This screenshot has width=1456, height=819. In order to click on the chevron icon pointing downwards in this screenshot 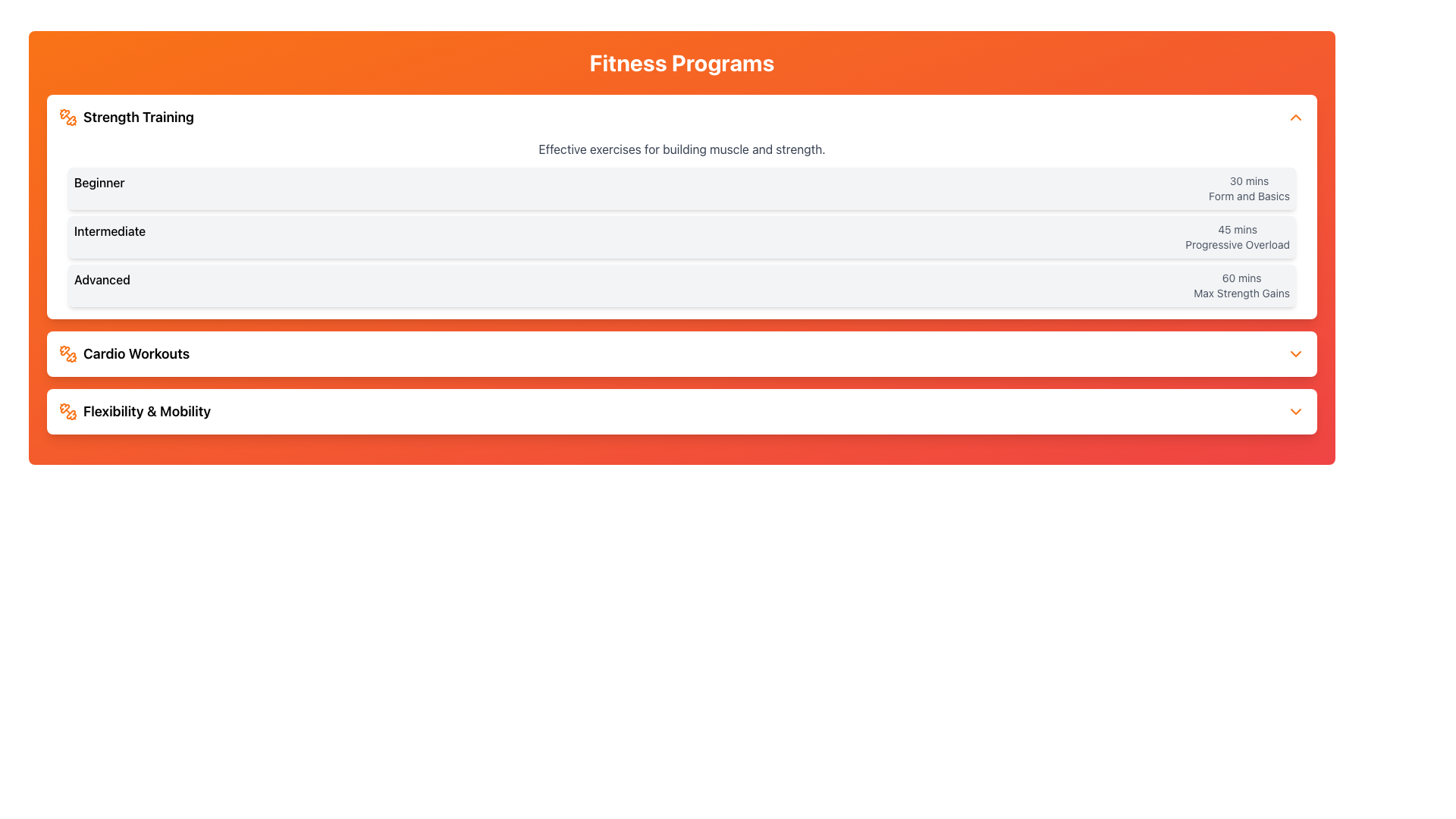, I will do `click(1294, 353)`.